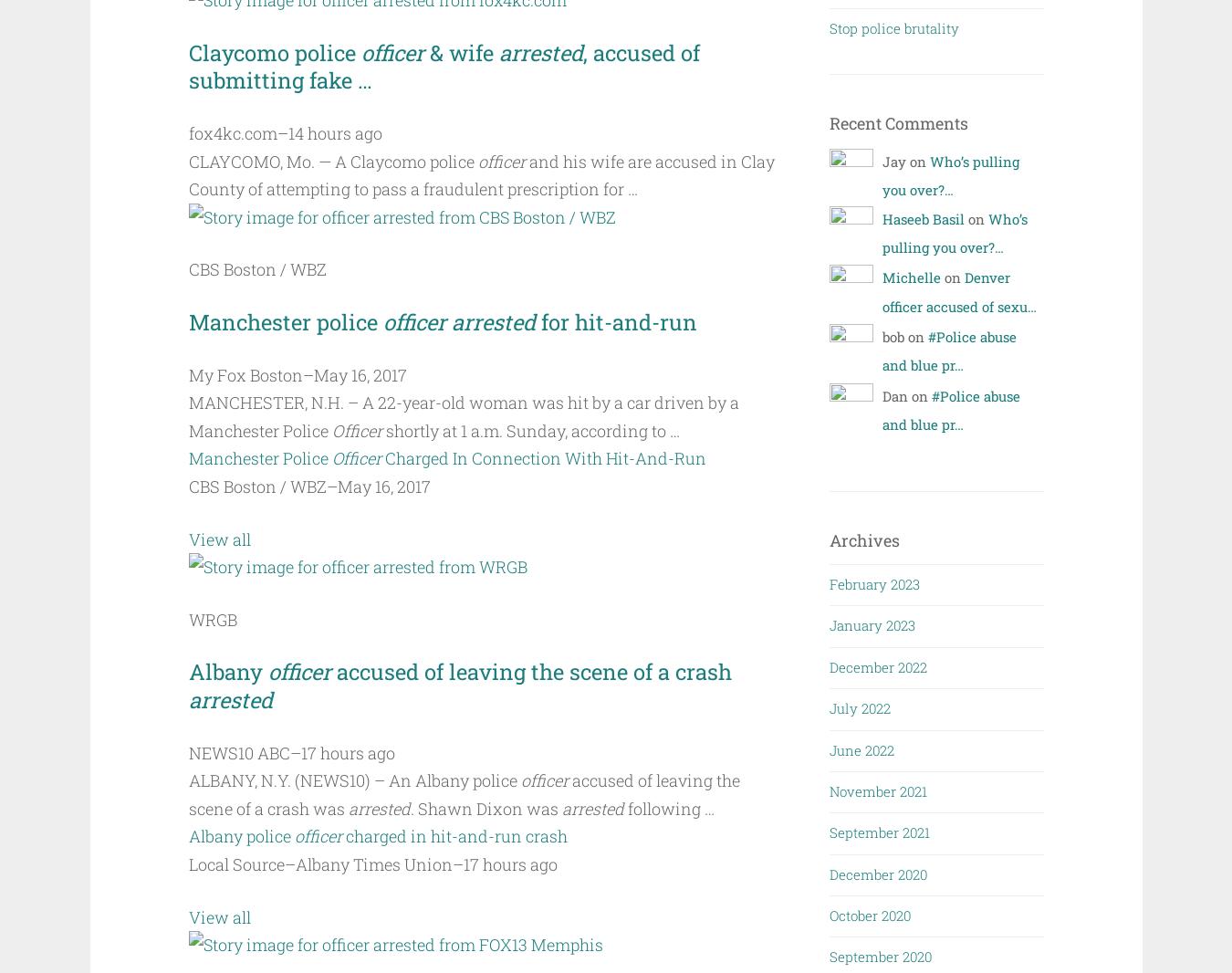  What do you see at coordinates (861, 749) in the screenshot?
I see `'June 2022'` at bounding box center [861, 749].